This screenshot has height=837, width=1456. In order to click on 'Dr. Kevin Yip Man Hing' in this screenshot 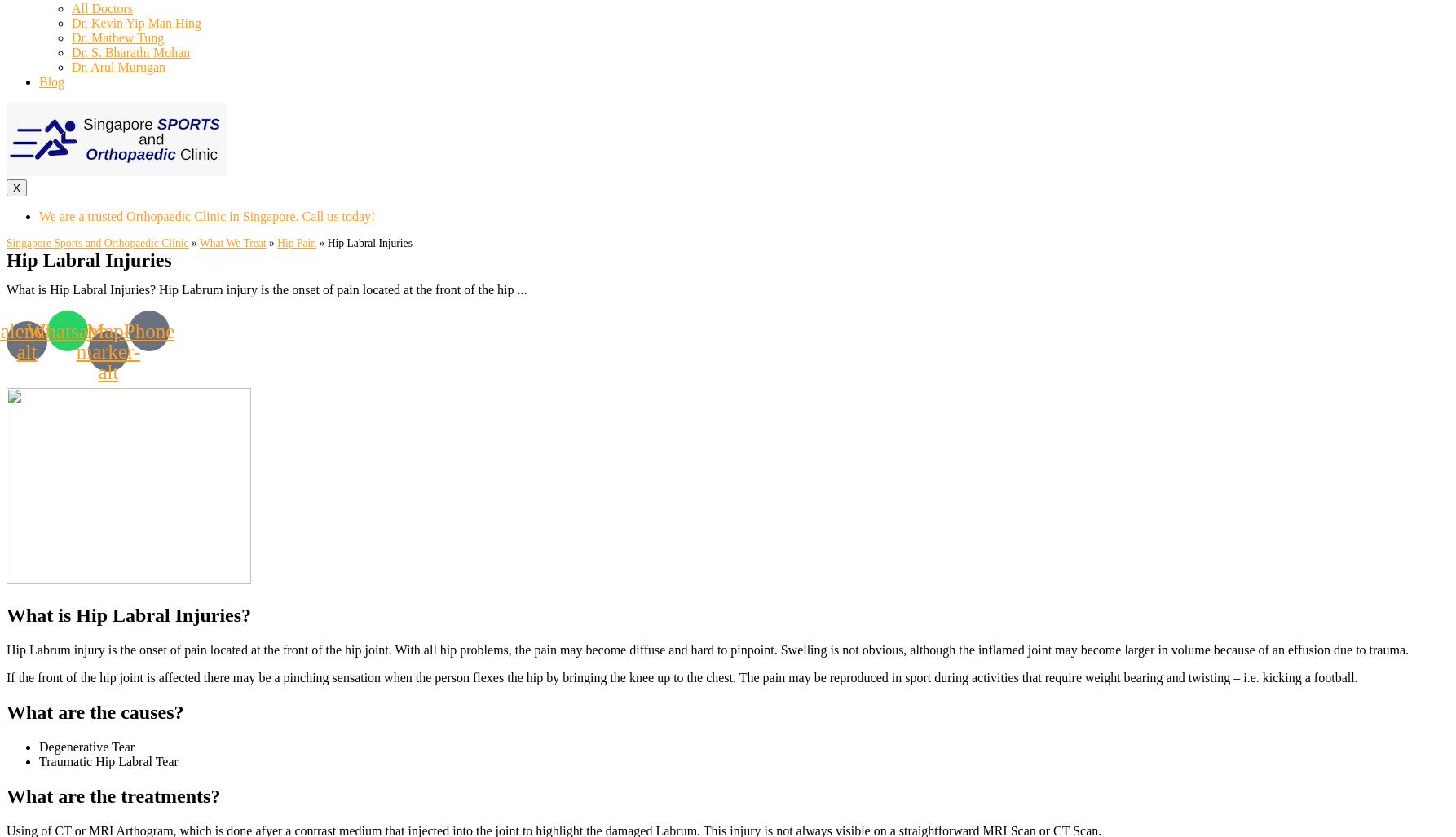, I will do `click(135, 23)`.